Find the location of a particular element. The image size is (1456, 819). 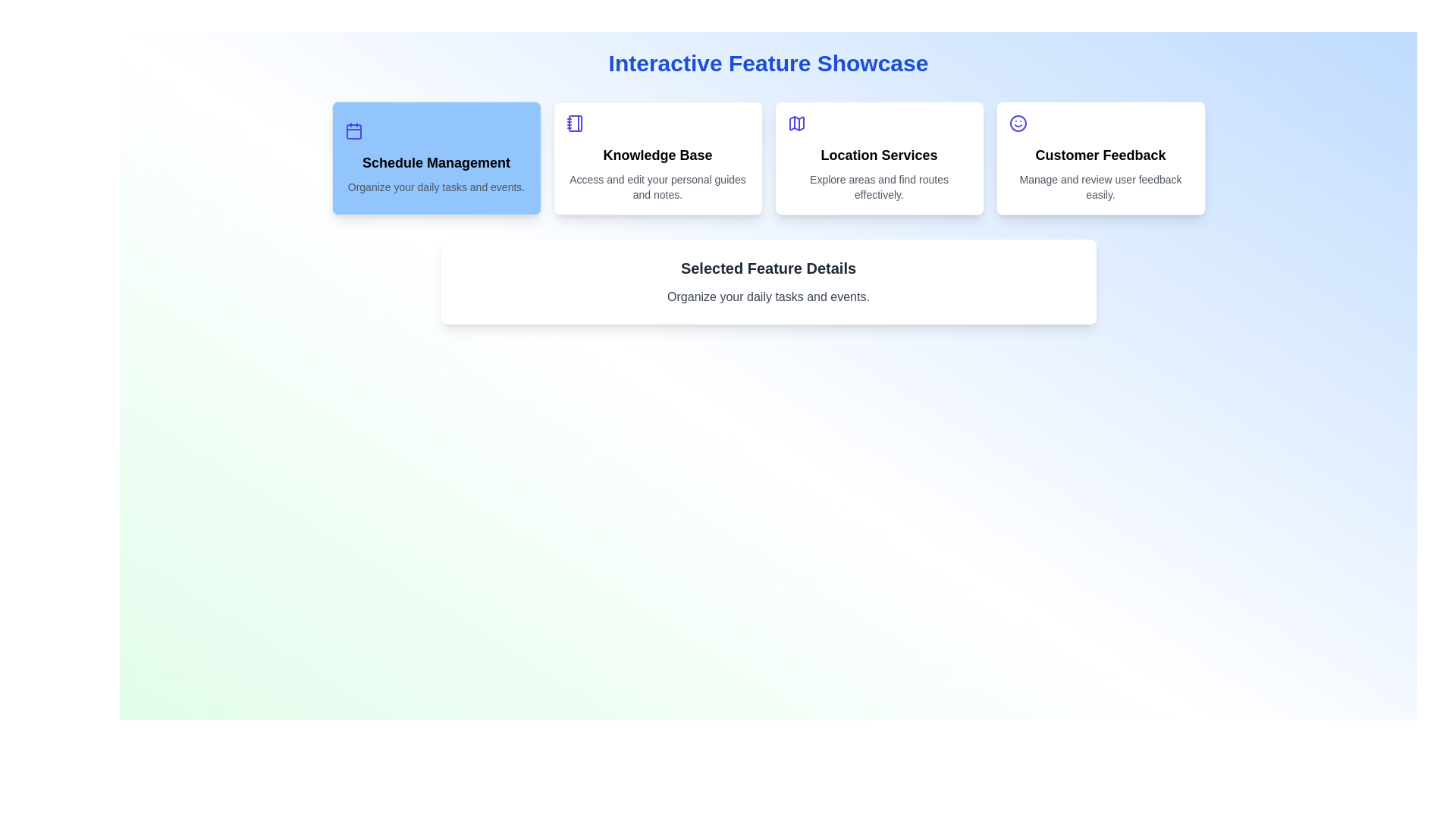

the location services icon, which is a stylized map with folded creases, located in the third card labeled 'Location Services' is located at coordinates (795, 122).